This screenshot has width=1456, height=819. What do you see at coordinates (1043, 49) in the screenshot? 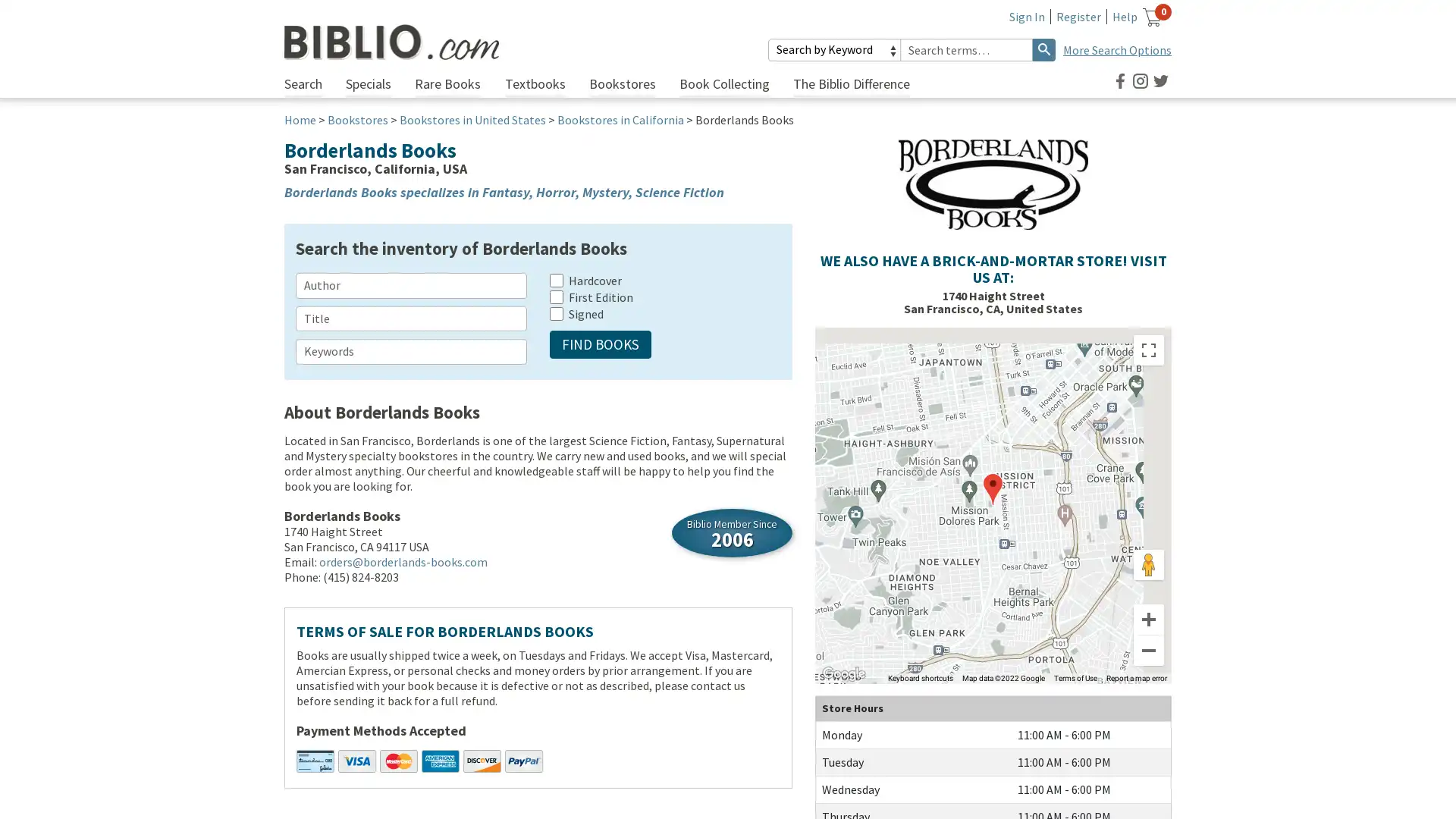
I see `Search` at bounding box center [1043, 49].